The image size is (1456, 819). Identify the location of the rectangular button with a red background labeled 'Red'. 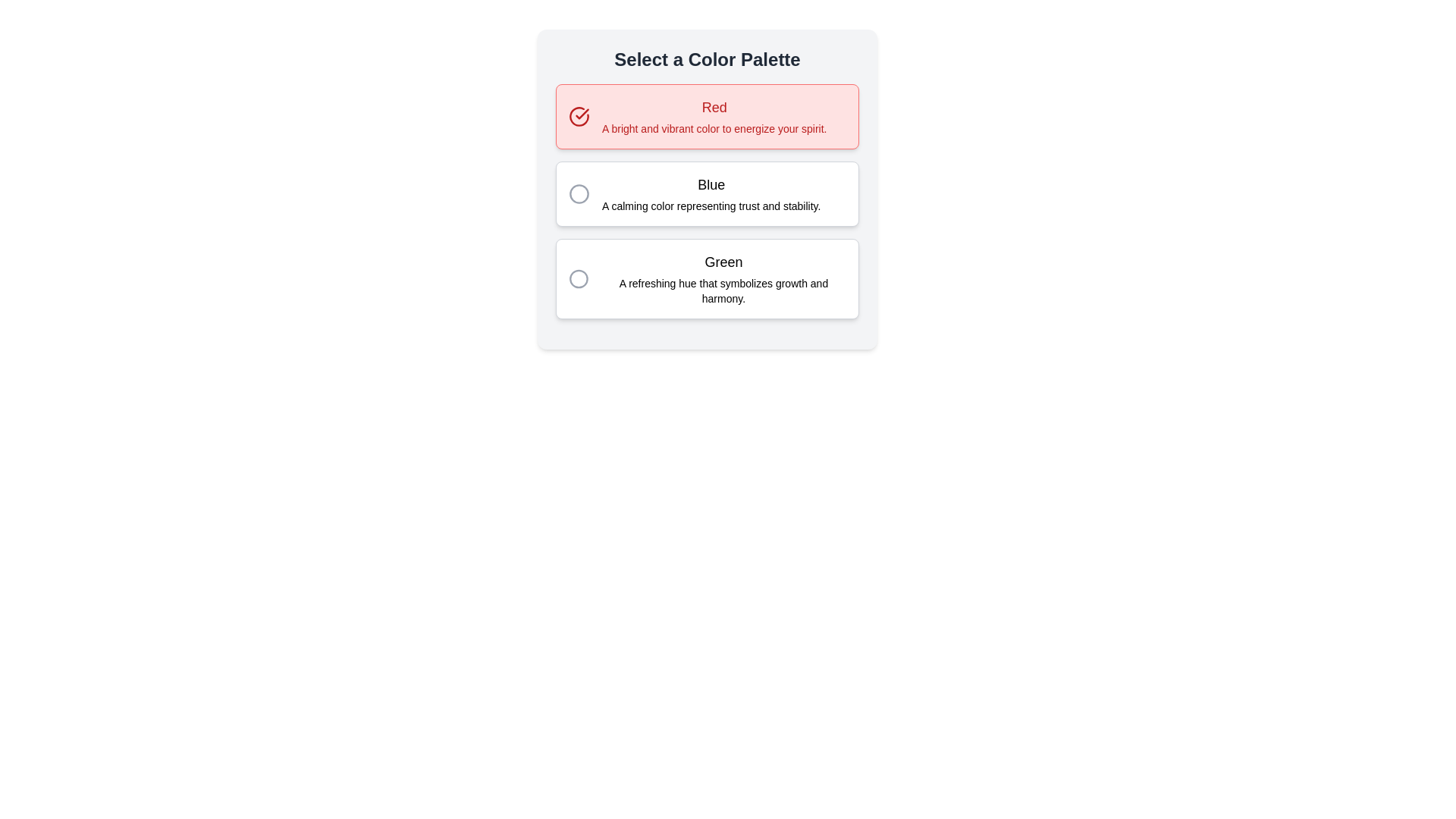
(706, 116).